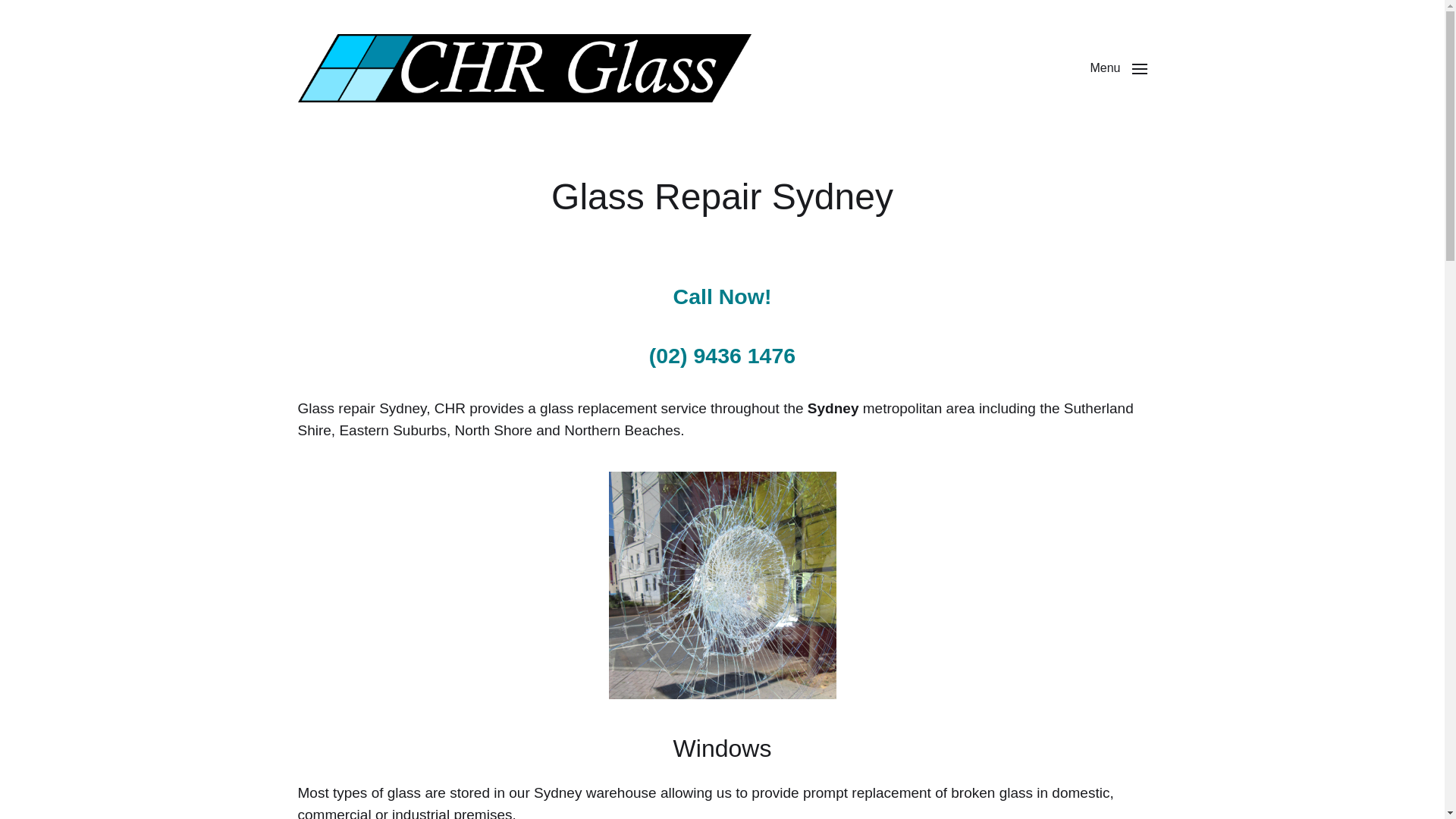 The width and height of the screenshot is (1456, 819). I want to click on 'Menu', so click(1069, 67).